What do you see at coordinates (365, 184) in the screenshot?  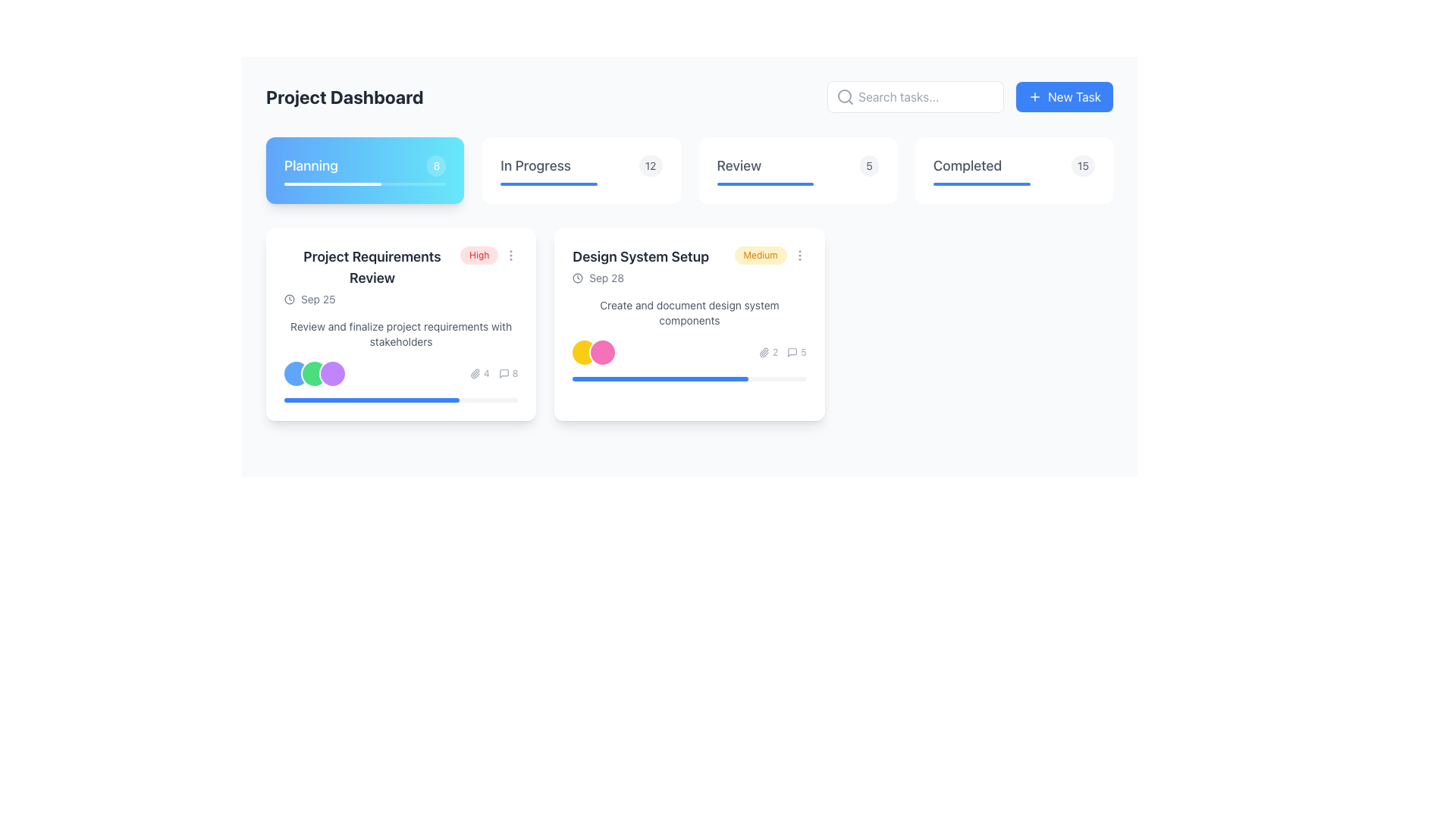 I see `the progress bar located within the 'Planning' card, positioned below the 'Planning8' text and spanning nearly the entire width of the card` at bounding box center [365, 184].